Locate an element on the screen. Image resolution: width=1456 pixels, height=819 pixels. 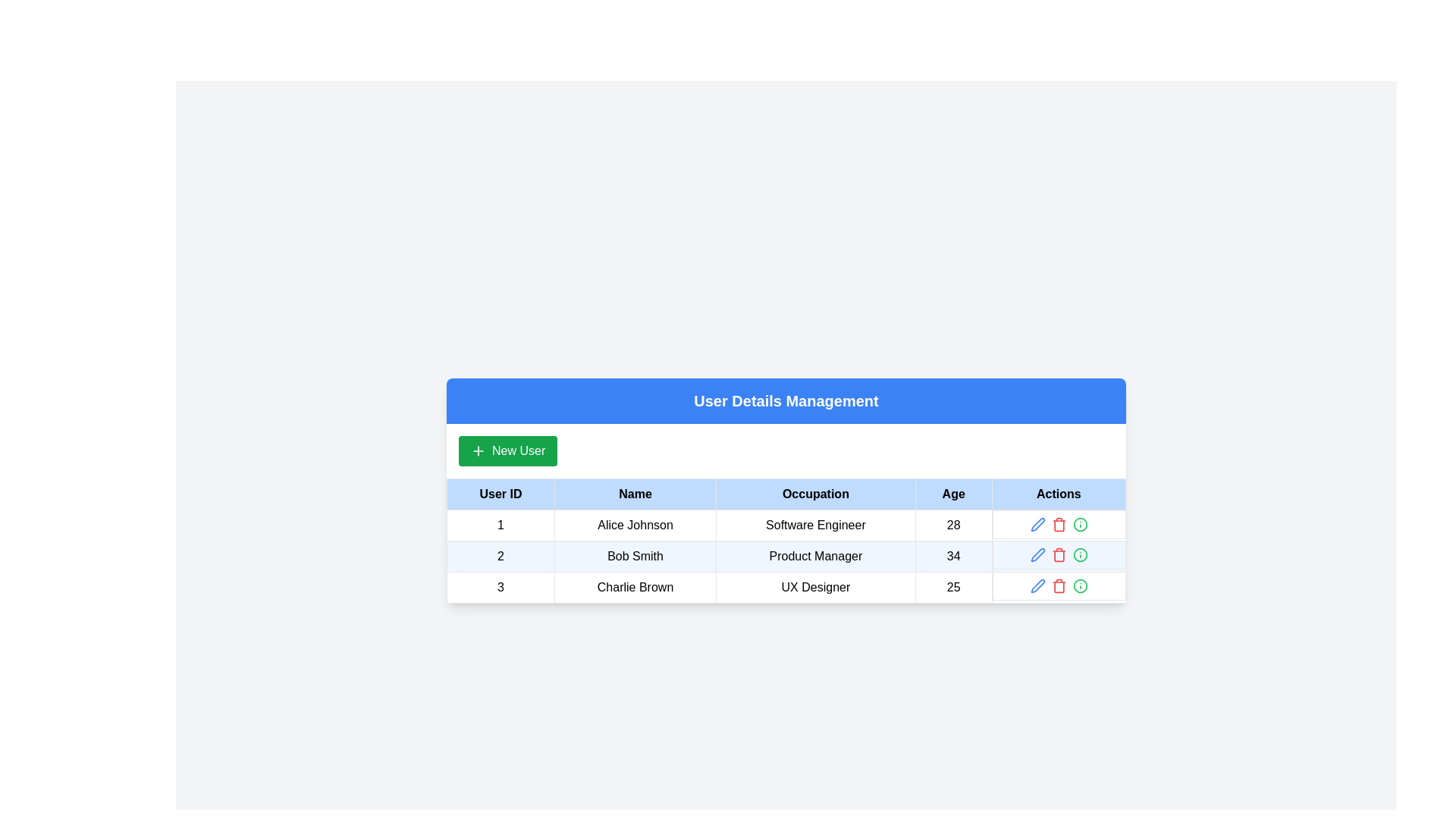
the table cell displaying the user ID number '1' located in the first row and first column of the 'User Details Management' table is located at coordinates (500, 524).